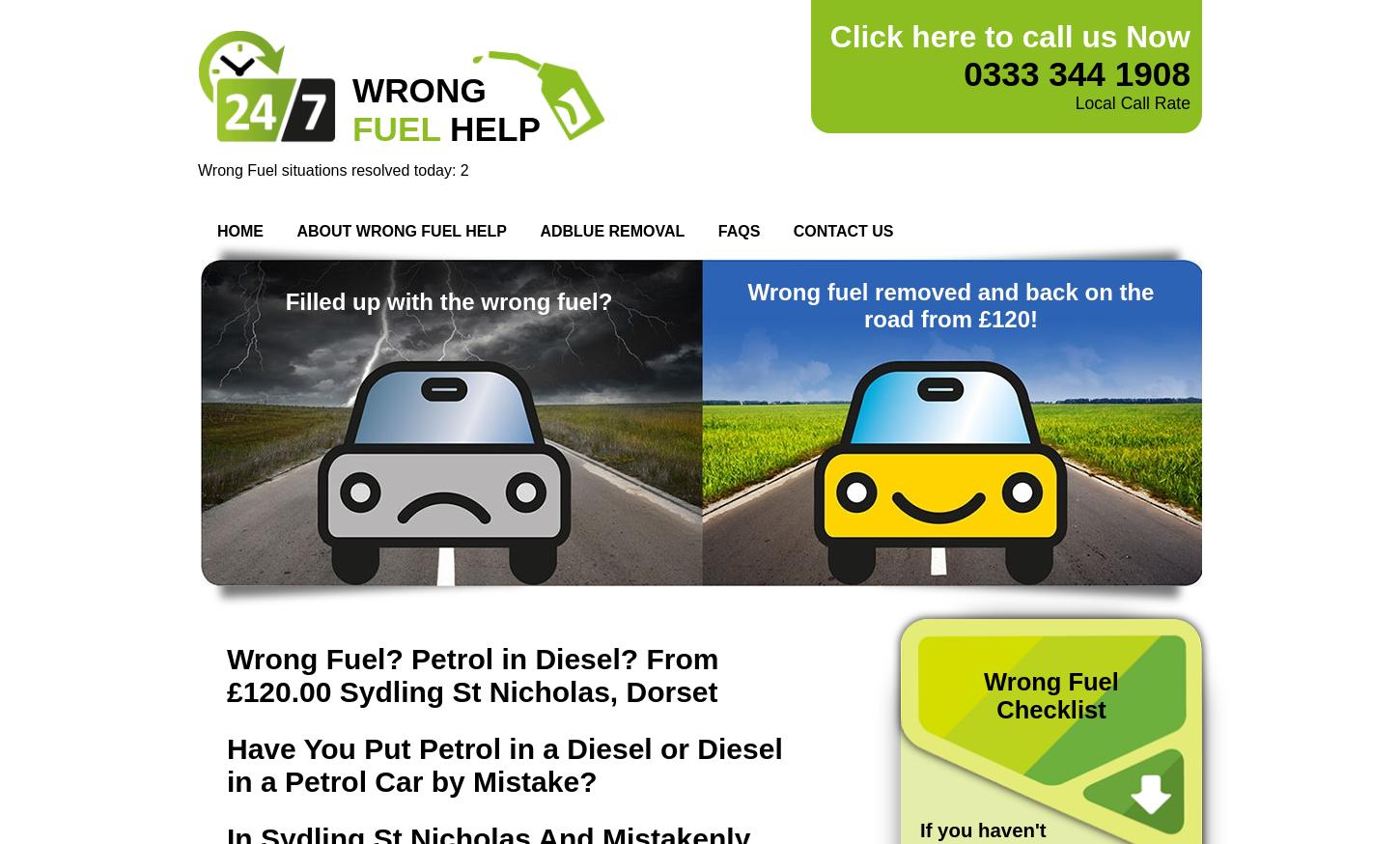  I want to click on 'Contact Us', so click(842, 231).